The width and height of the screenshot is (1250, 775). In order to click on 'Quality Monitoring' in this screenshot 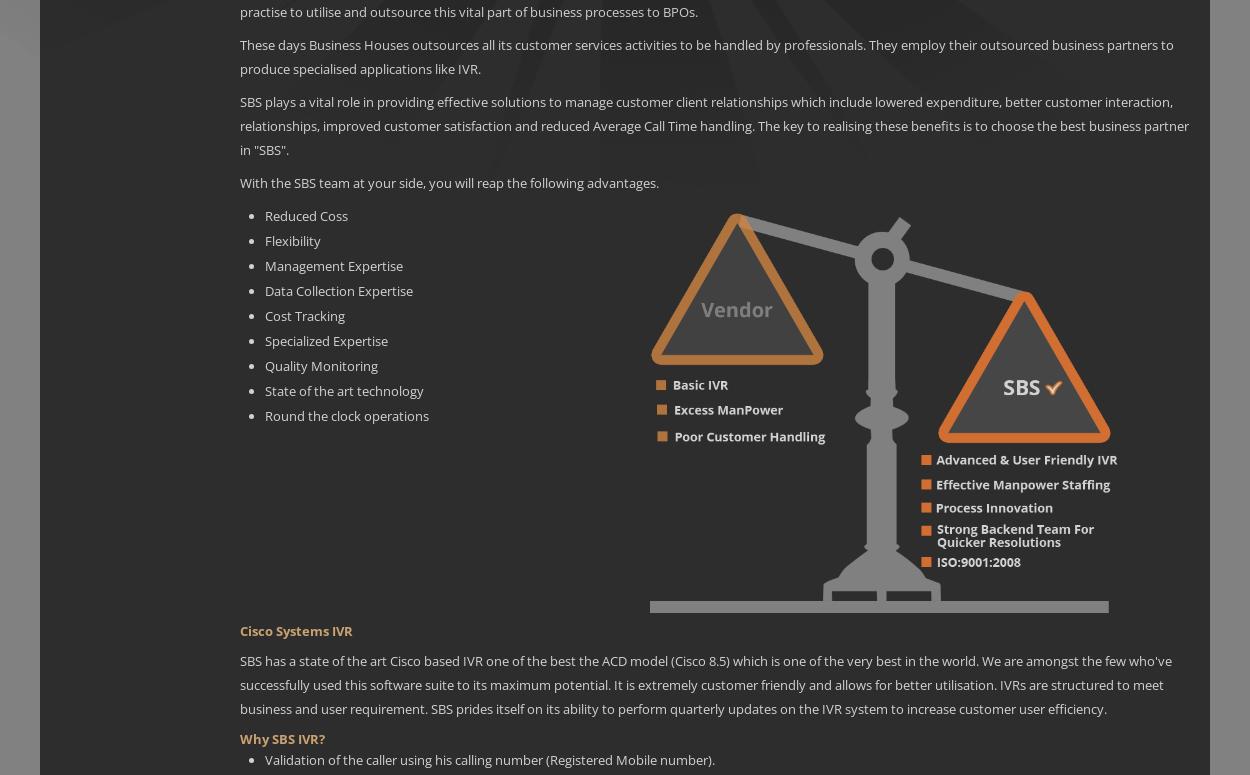, I will do `click(320, 366)`.